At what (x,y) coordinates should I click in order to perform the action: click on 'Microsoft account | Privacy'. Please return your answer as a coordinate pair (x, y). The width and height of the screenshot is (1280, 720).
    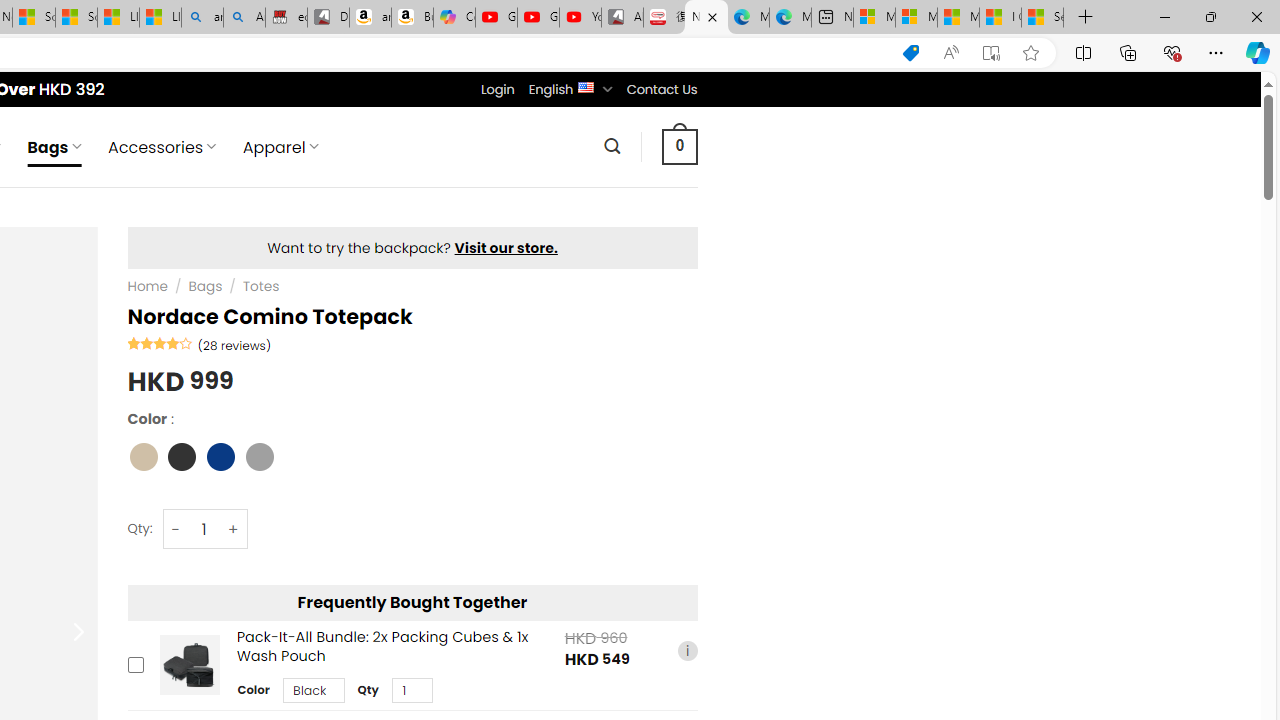
    Looking at the image, I should click on (915, 17).